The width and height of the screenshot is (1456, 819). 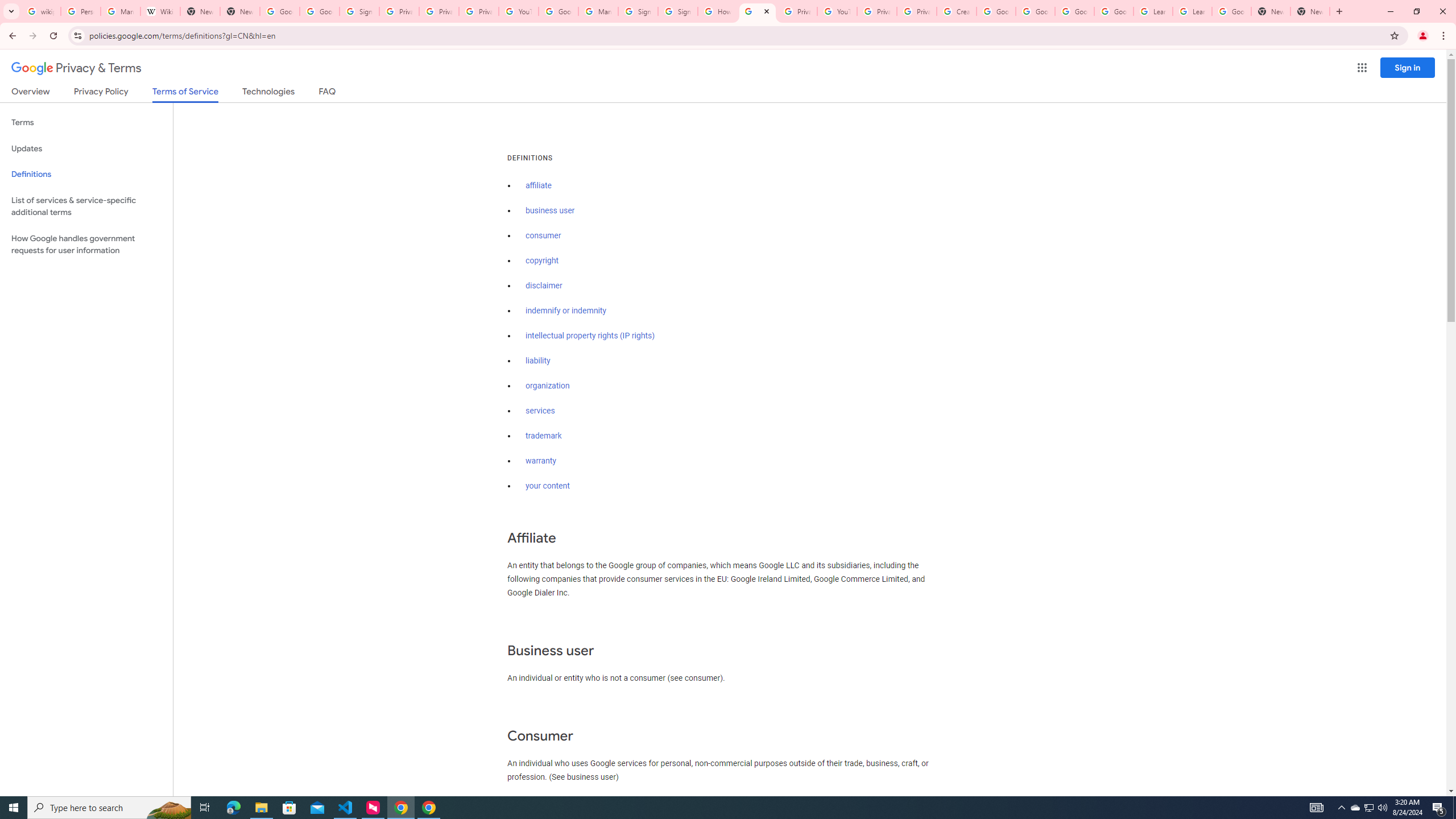 What do you see at coordinates (543, 286) in the screenshot?
I see `'disclaimer'` at bounding box center [543, 286].